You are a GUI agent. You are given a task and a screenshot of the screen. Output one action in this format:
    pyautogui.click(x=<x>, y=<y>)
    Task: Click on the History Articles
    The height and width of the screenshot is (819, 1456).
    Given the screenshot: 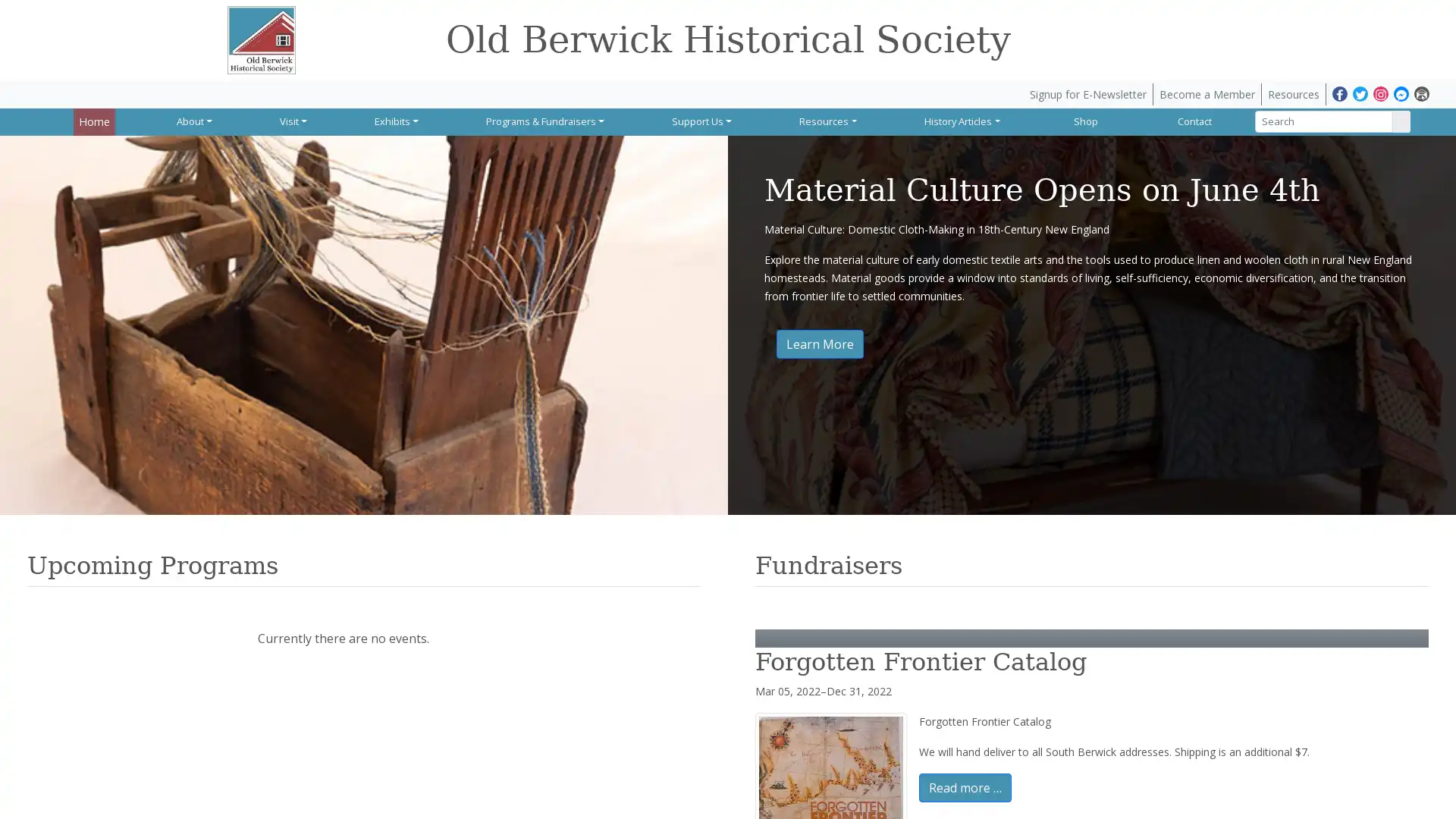 What is the action you would take?
    pyautogui.click(x=957, y=120)
    